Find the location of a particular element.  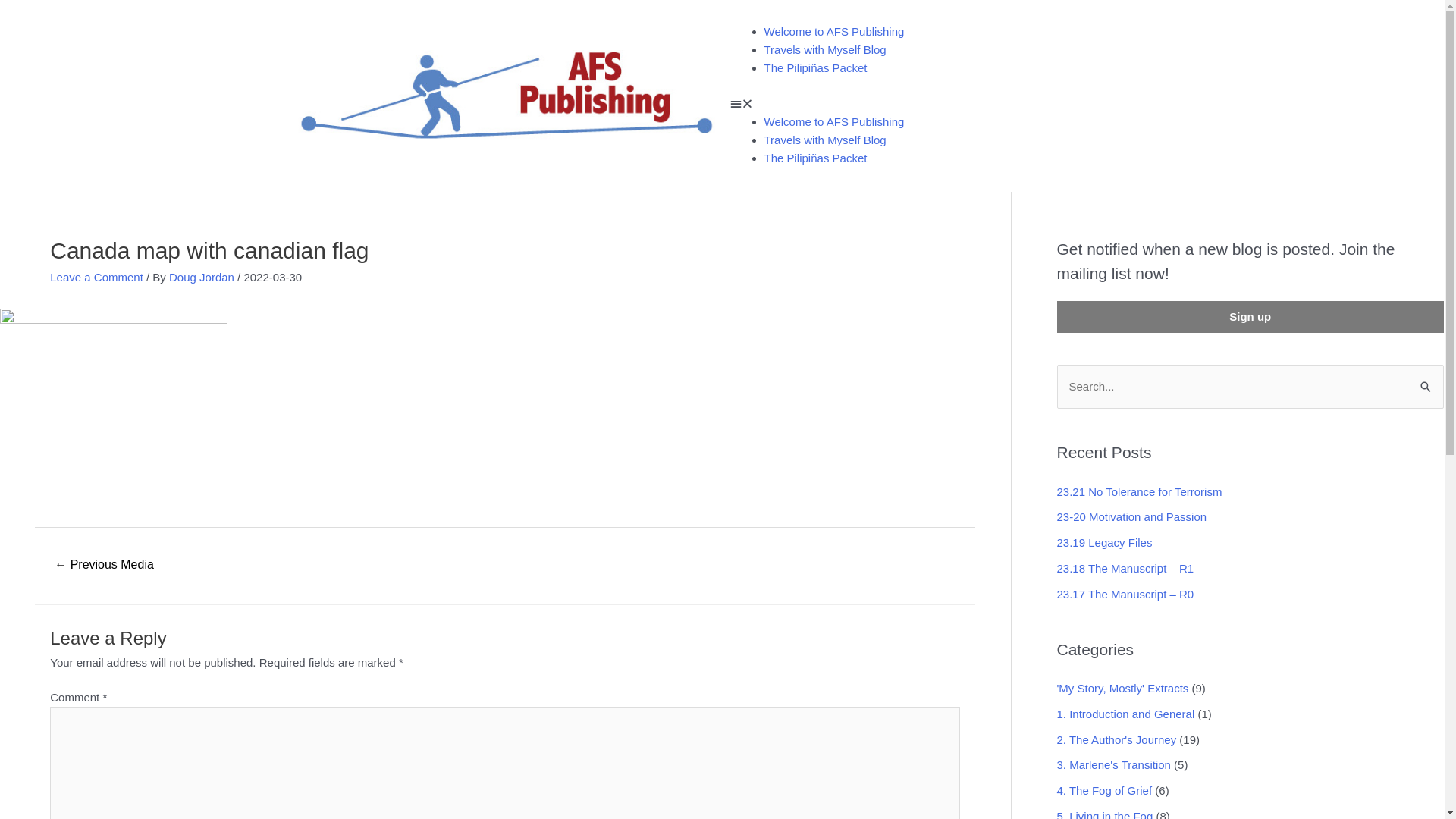

'2. The Author's Journey' is located at coordinates (1117, 738).